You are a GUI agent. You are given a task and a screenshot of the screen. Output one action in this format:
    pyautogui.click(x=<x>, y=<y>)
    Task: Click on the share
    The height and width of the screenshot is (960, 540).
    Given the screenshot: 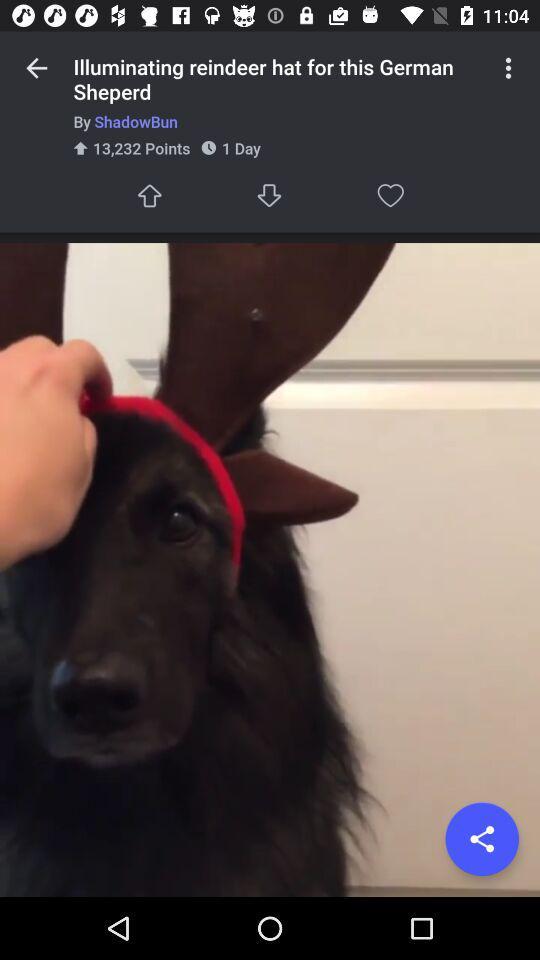 What is the action you would take?
    pyautogui.click(x=481, y=839)
    